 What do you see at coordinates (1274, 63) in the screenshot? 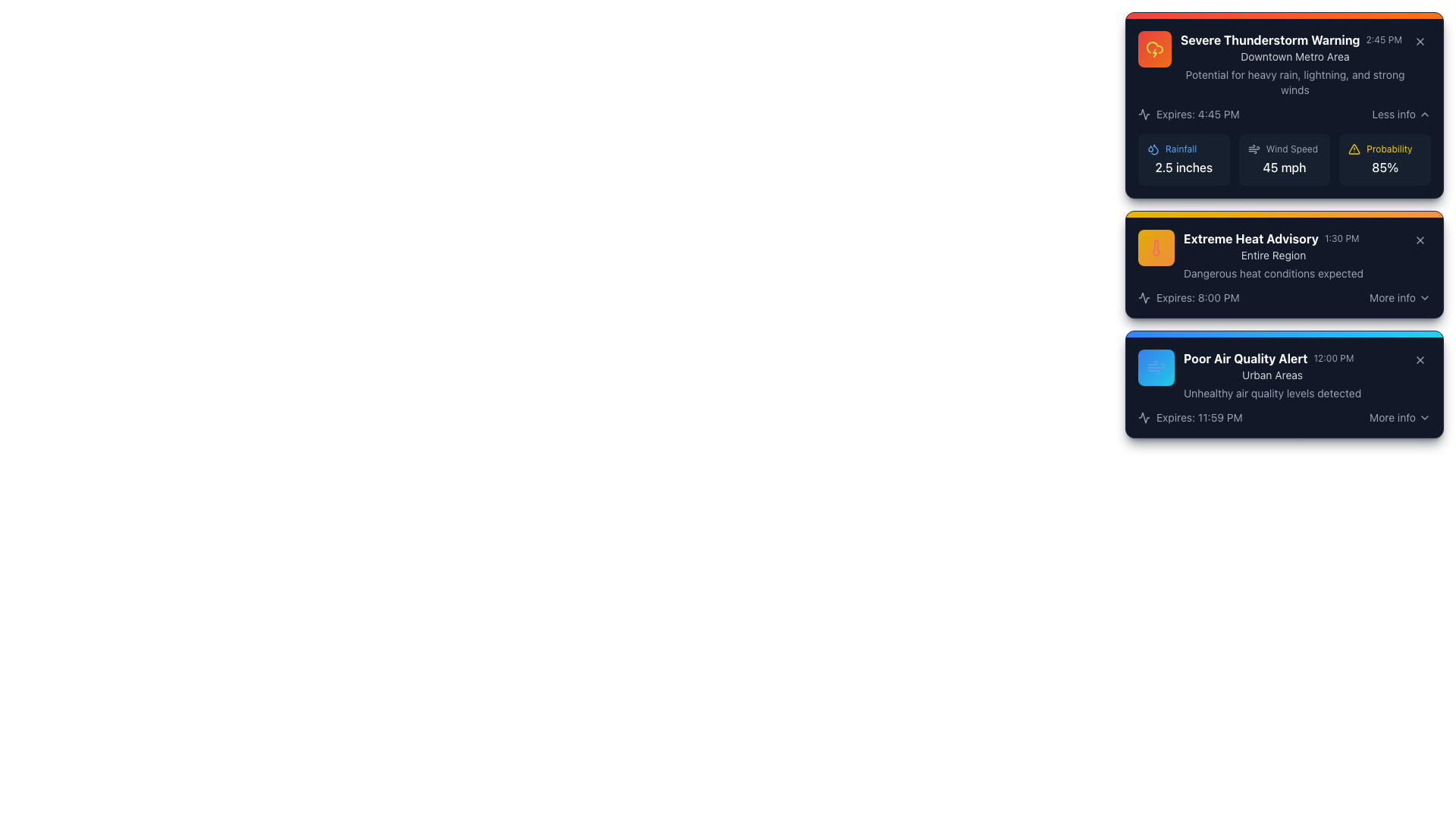
I see `the Notification card displaying the 'Severe Thunderstorm Warning' at the top of the alert list` at bounding box center [1274, 63].